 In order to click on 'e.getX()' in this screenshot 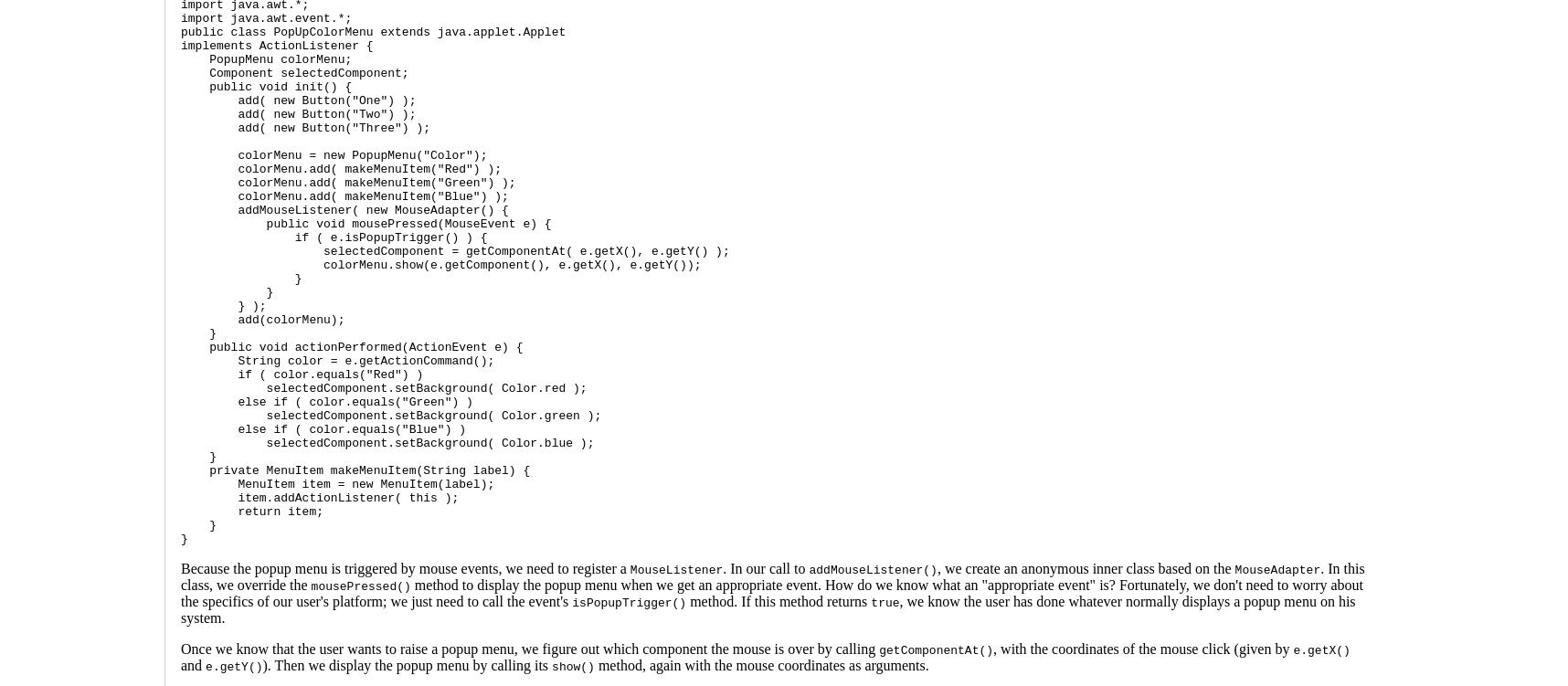, I will do `click(1321, 649)`.